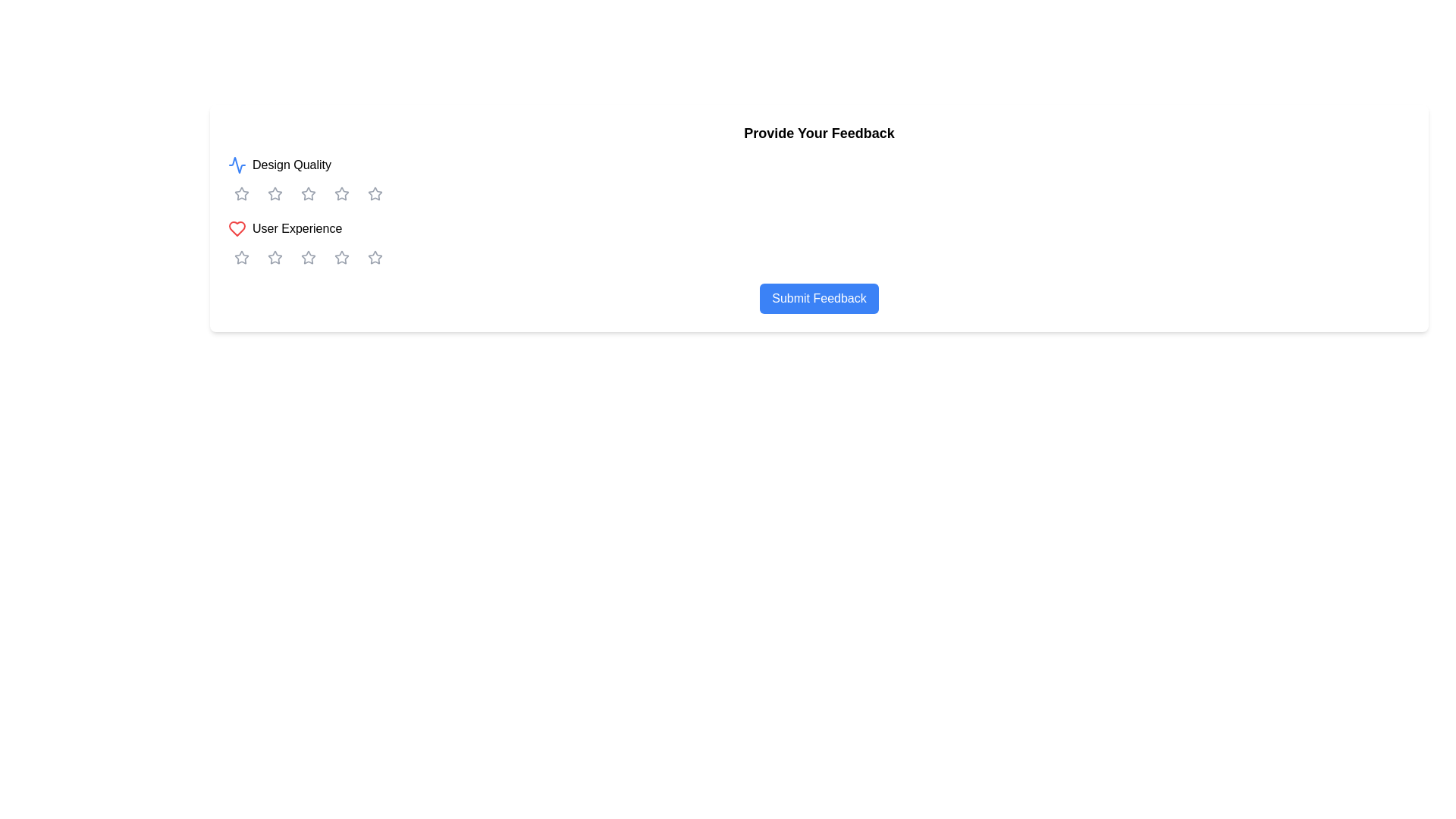 Image resolution: width=1456 pixels, height=819 pixels. What do you see at coordinates (275, 193) in the screenshot?
I see `the second star icon in the horizontal array below the 'Design Quality' label` at bounding box center [275, 193].